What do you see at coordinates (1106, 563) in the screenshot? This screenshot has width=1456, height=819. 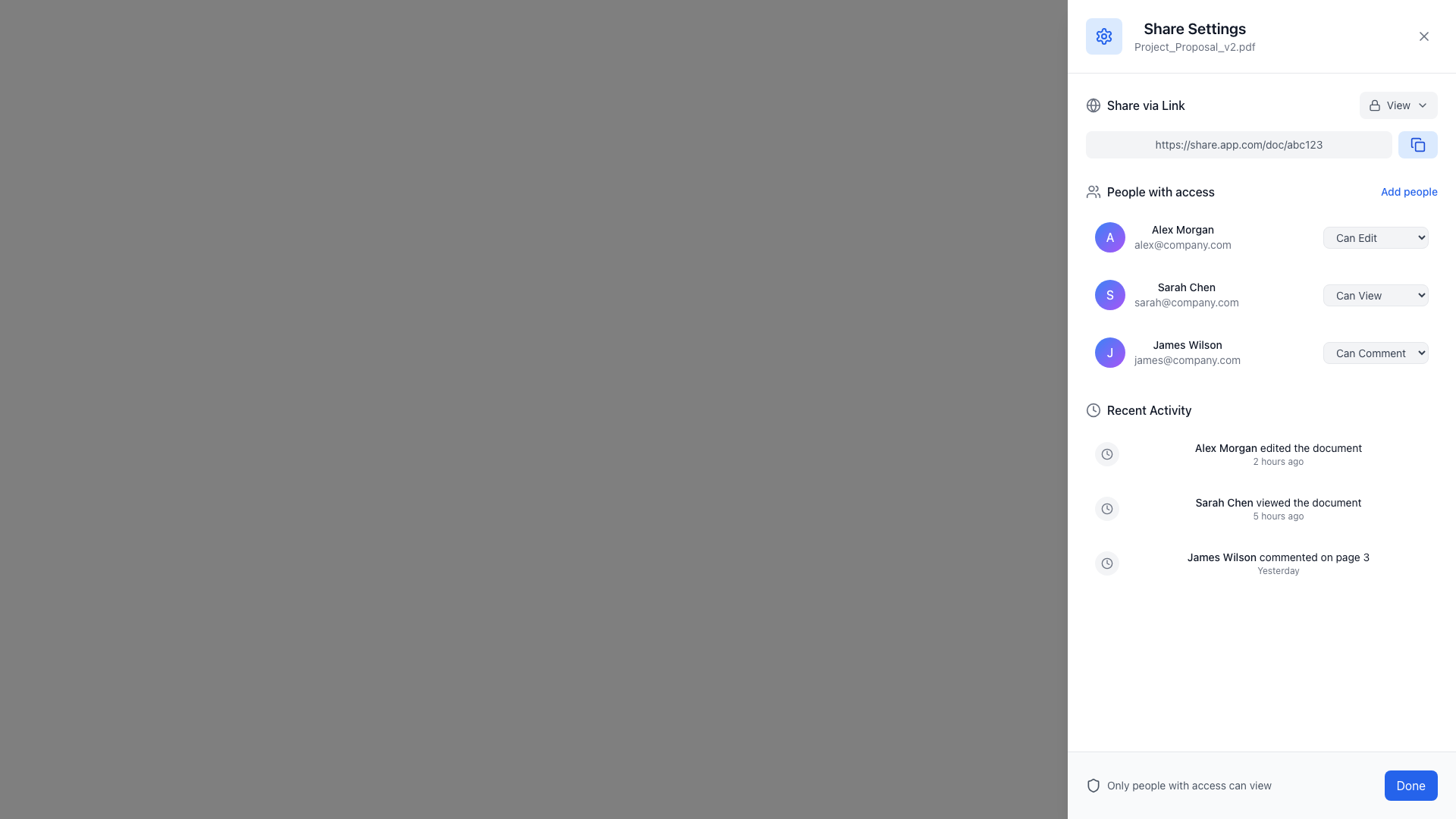 I see `the circular light gray icon with a clock symbol, located to the left of the entry for 'James Wilson commented on page 3'` at bounding box center [1106, 563].